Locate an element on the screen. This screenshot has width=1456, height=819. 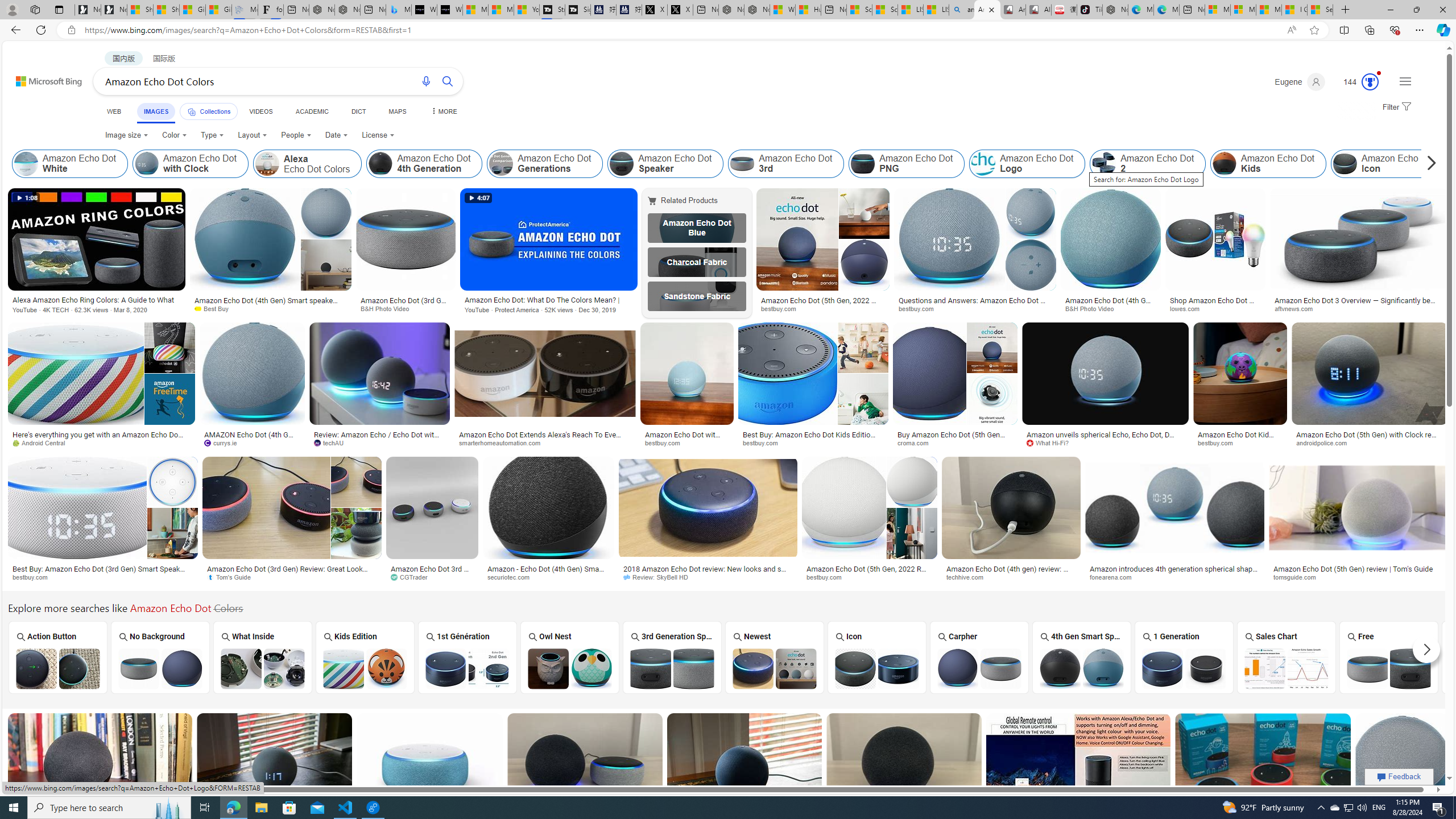
'CGTrader' is located at coordinates (412, 577).